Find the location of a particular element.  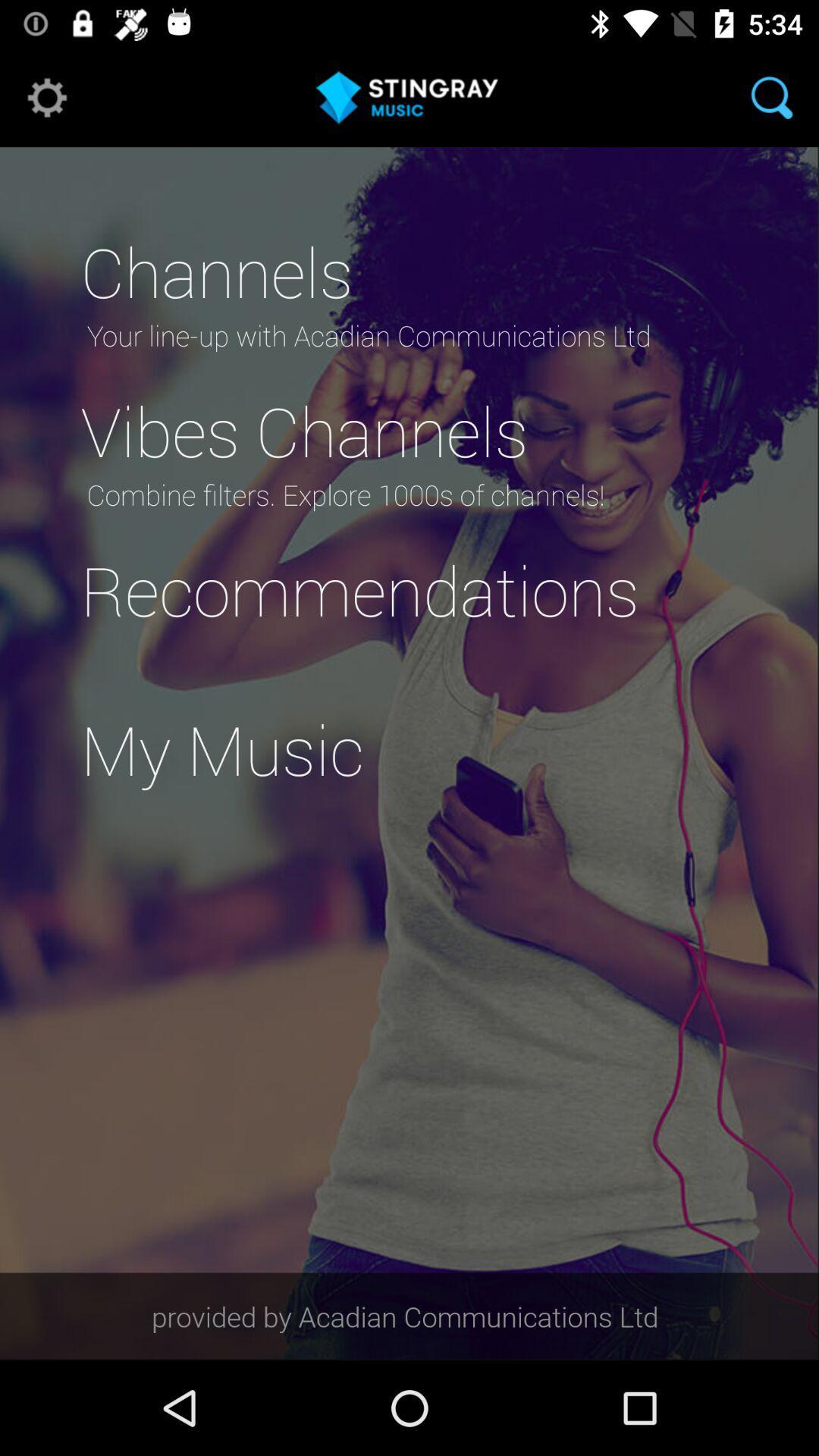

the item at the top right corner is located at coordinates (771, 96).